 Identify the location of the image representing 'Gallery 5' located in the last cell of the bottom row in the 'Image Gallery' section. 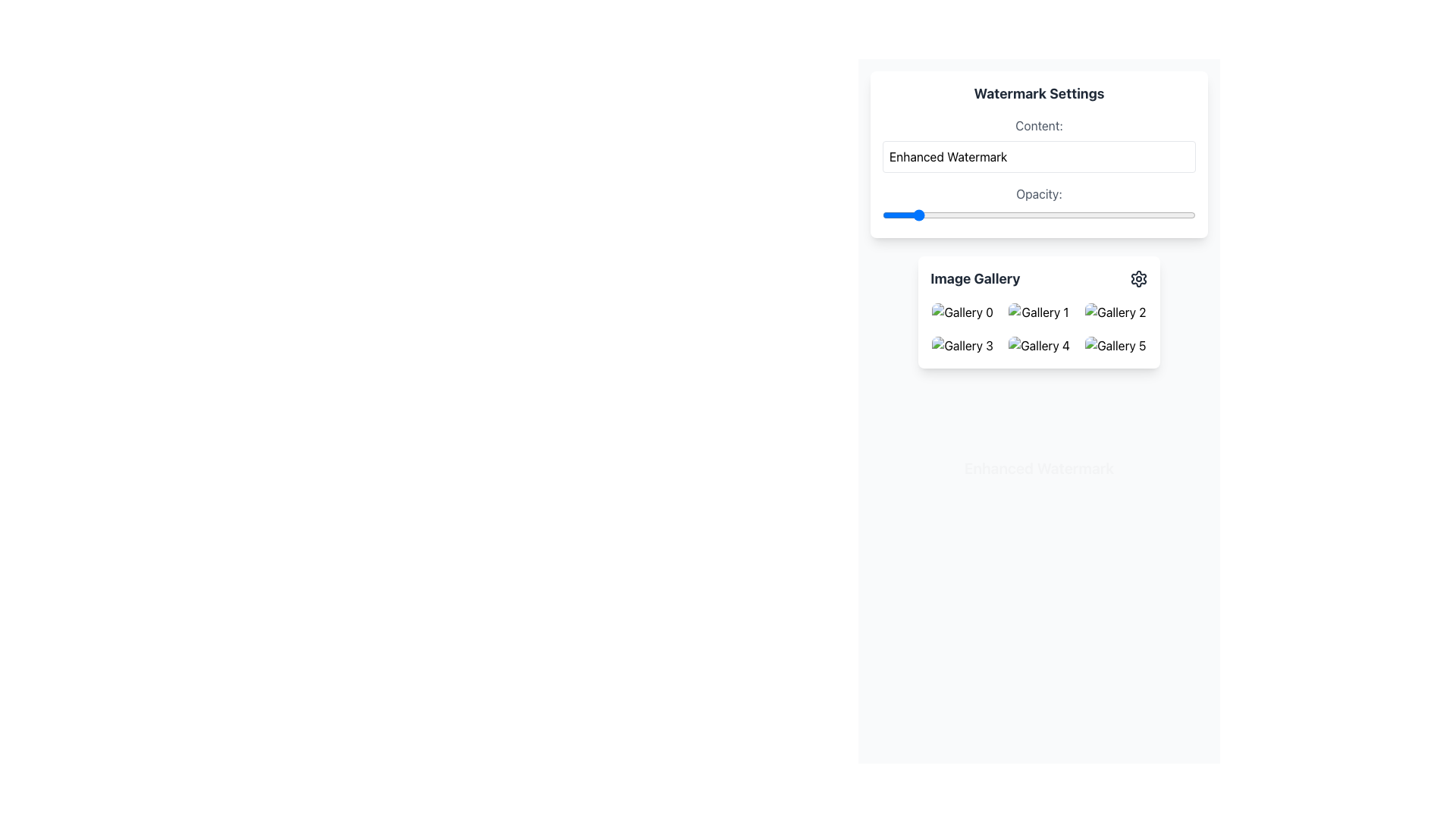
(1115, 345).